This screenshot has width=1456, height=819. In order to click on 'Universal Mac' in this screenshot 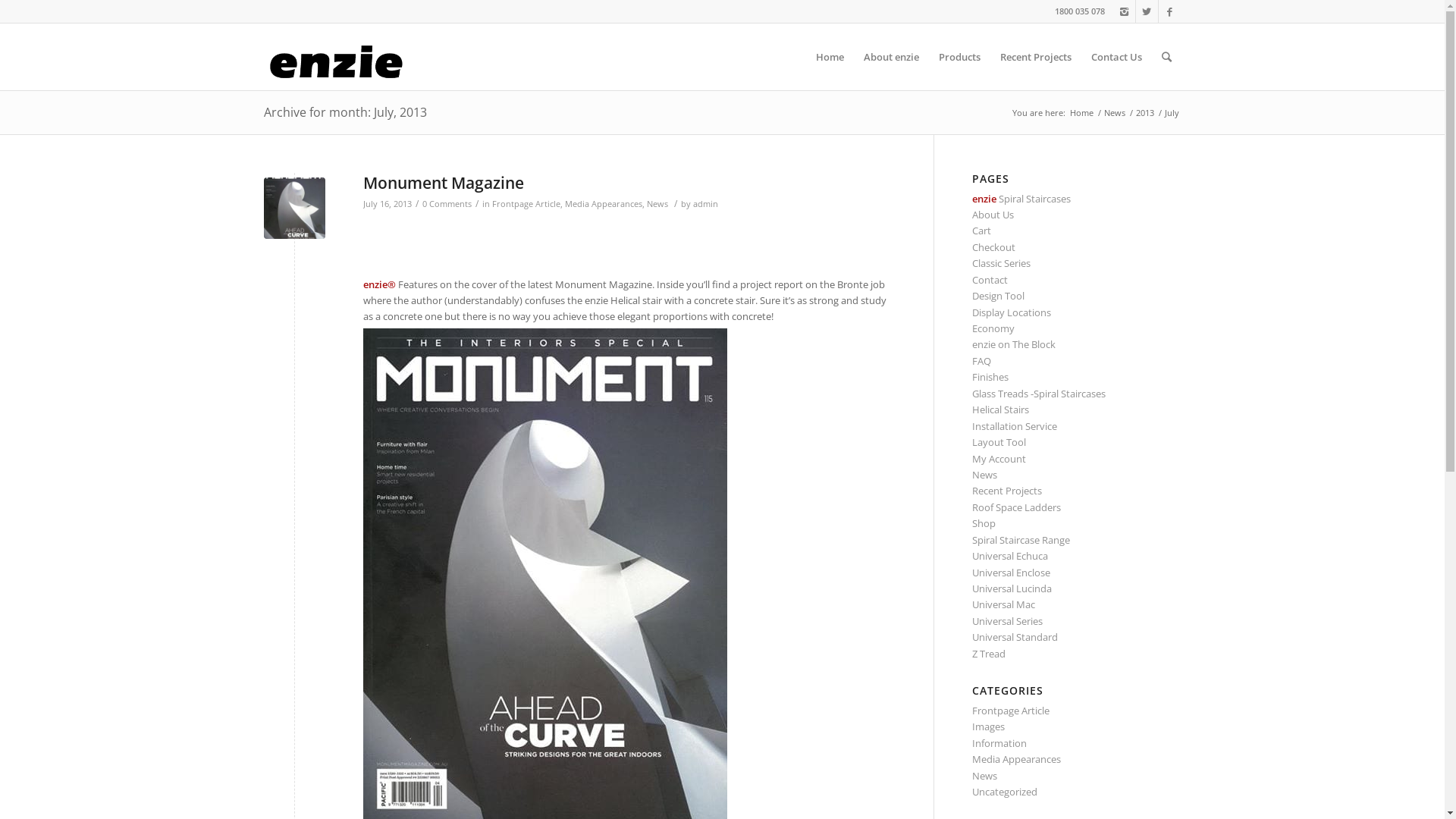, I will do `click(1003, 604)`.